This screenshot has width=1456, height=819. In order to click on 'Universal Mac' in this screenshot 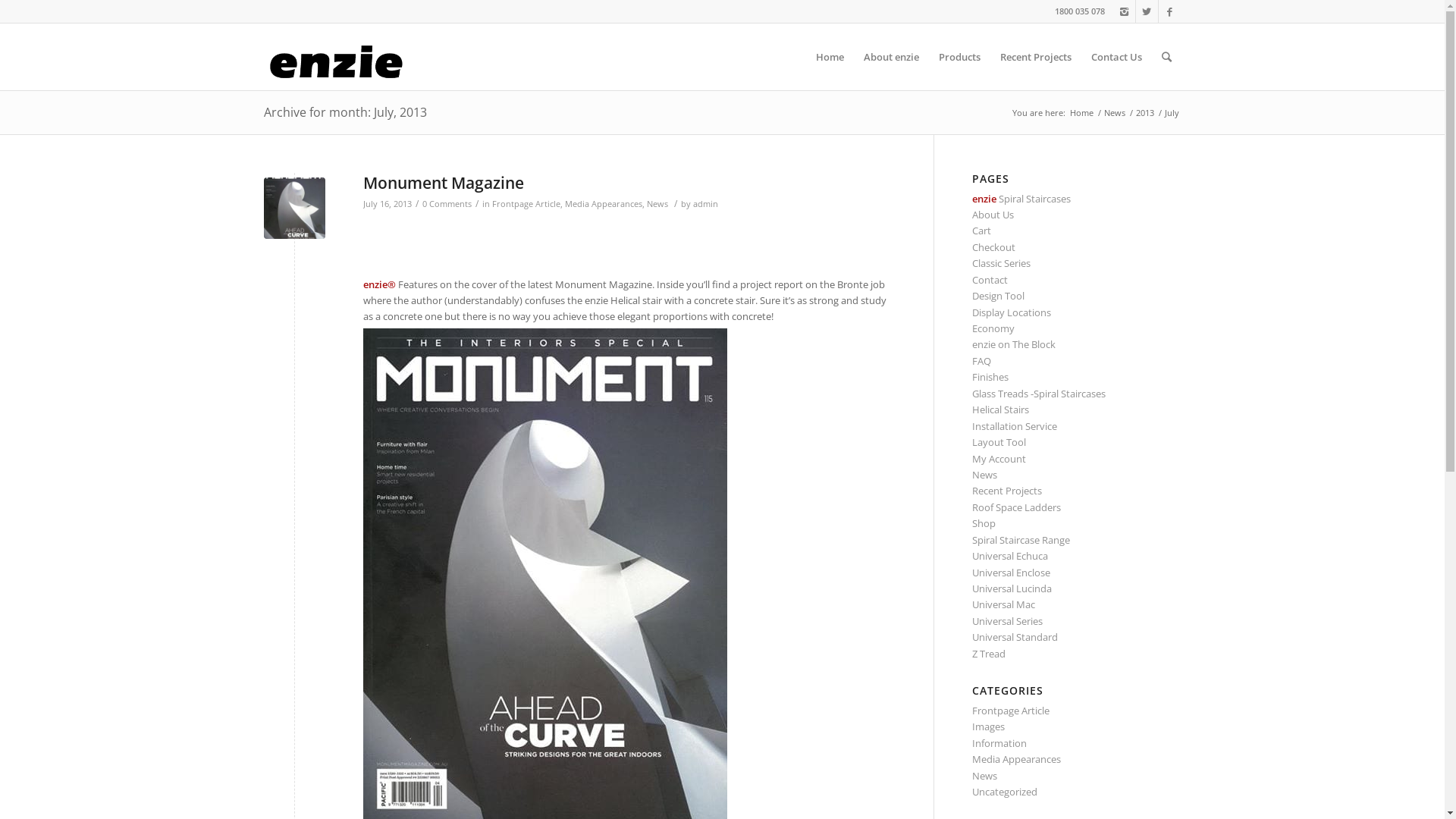, I will do `click(1003, 604)`.